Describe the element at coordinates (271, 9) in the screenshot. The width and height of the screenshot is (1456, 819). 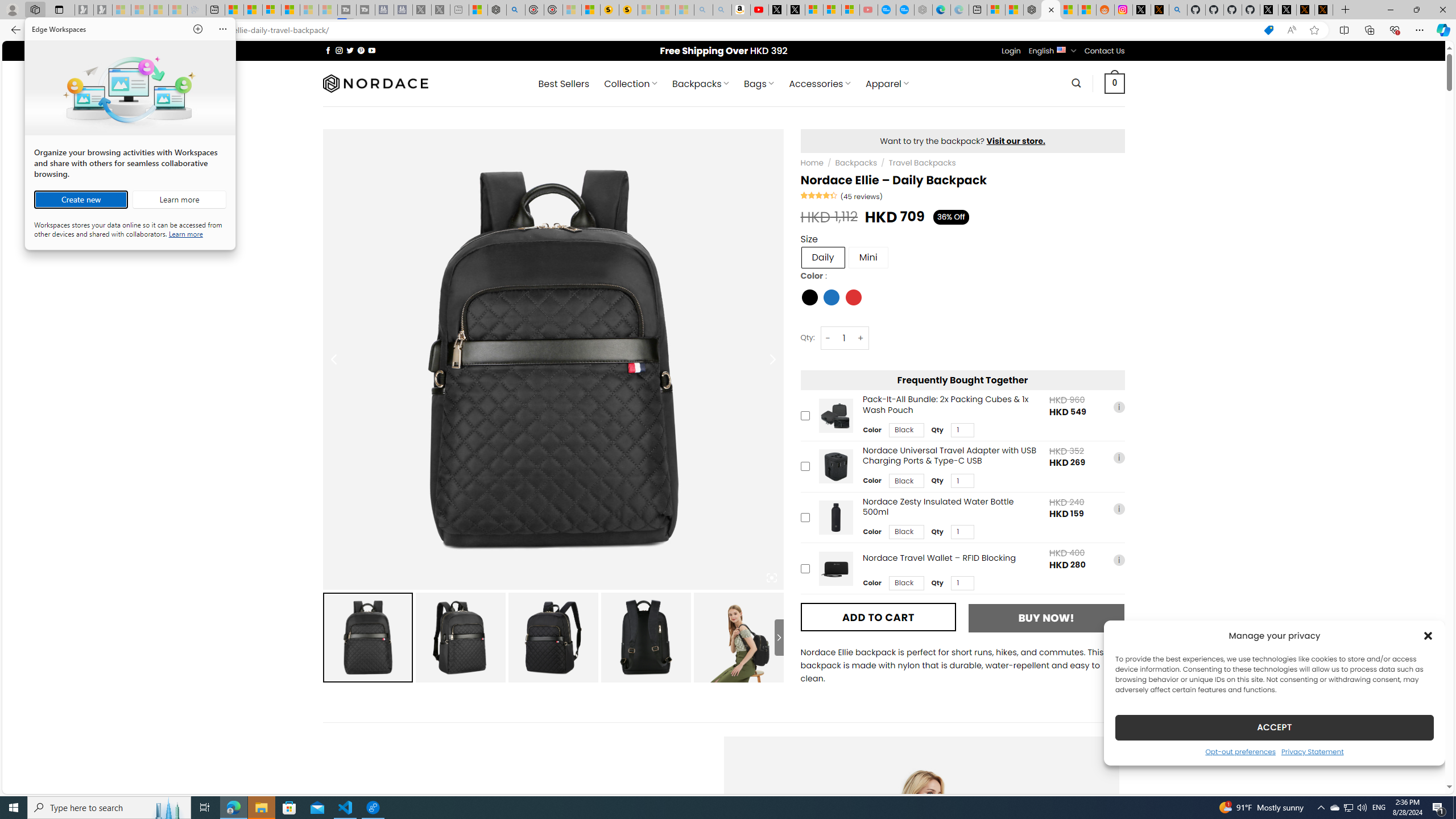
I see `'Overview'` at that location.